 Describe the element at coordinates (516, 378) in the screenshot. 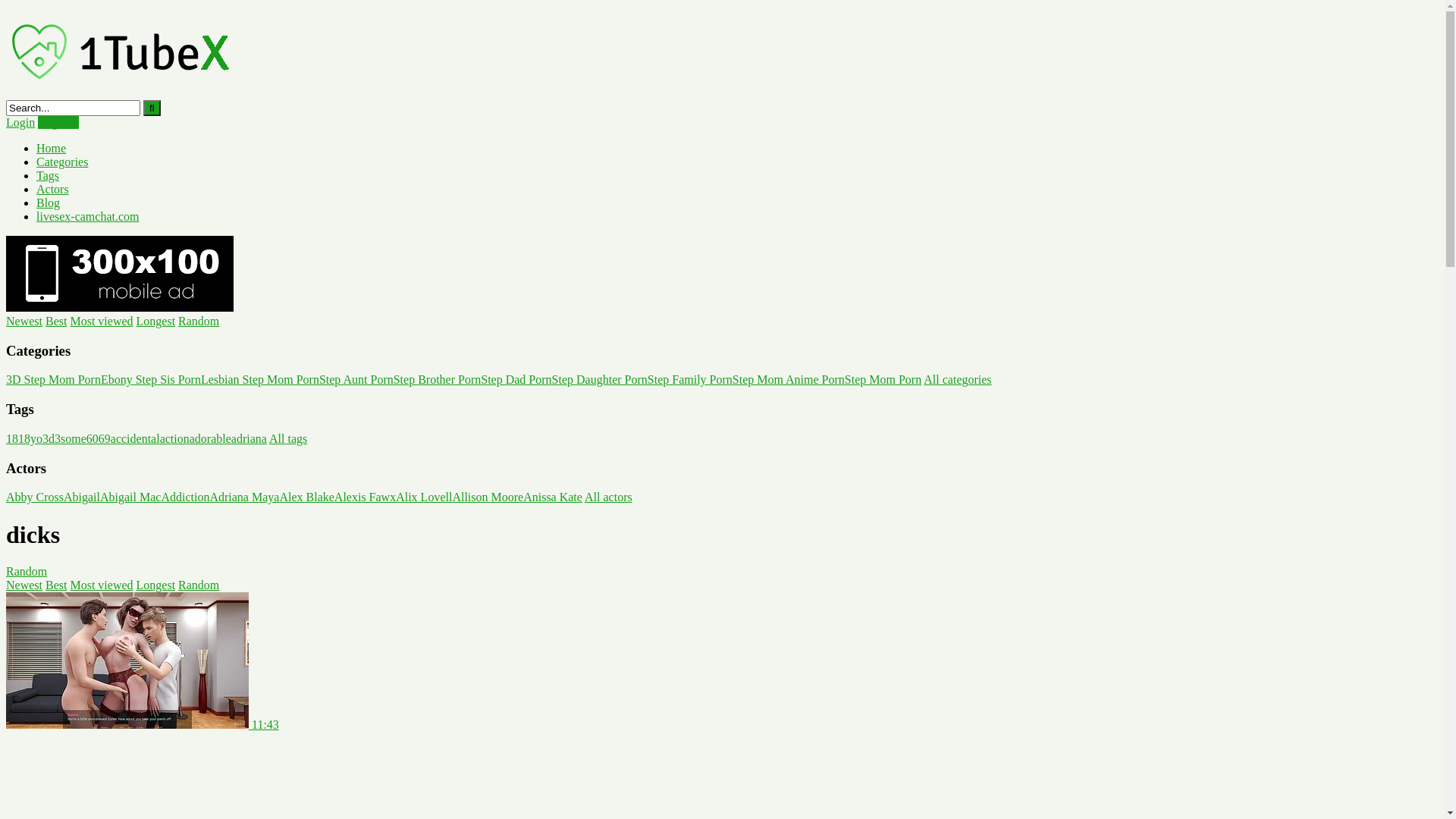

I see `'Step Dad Porn'` at that location.